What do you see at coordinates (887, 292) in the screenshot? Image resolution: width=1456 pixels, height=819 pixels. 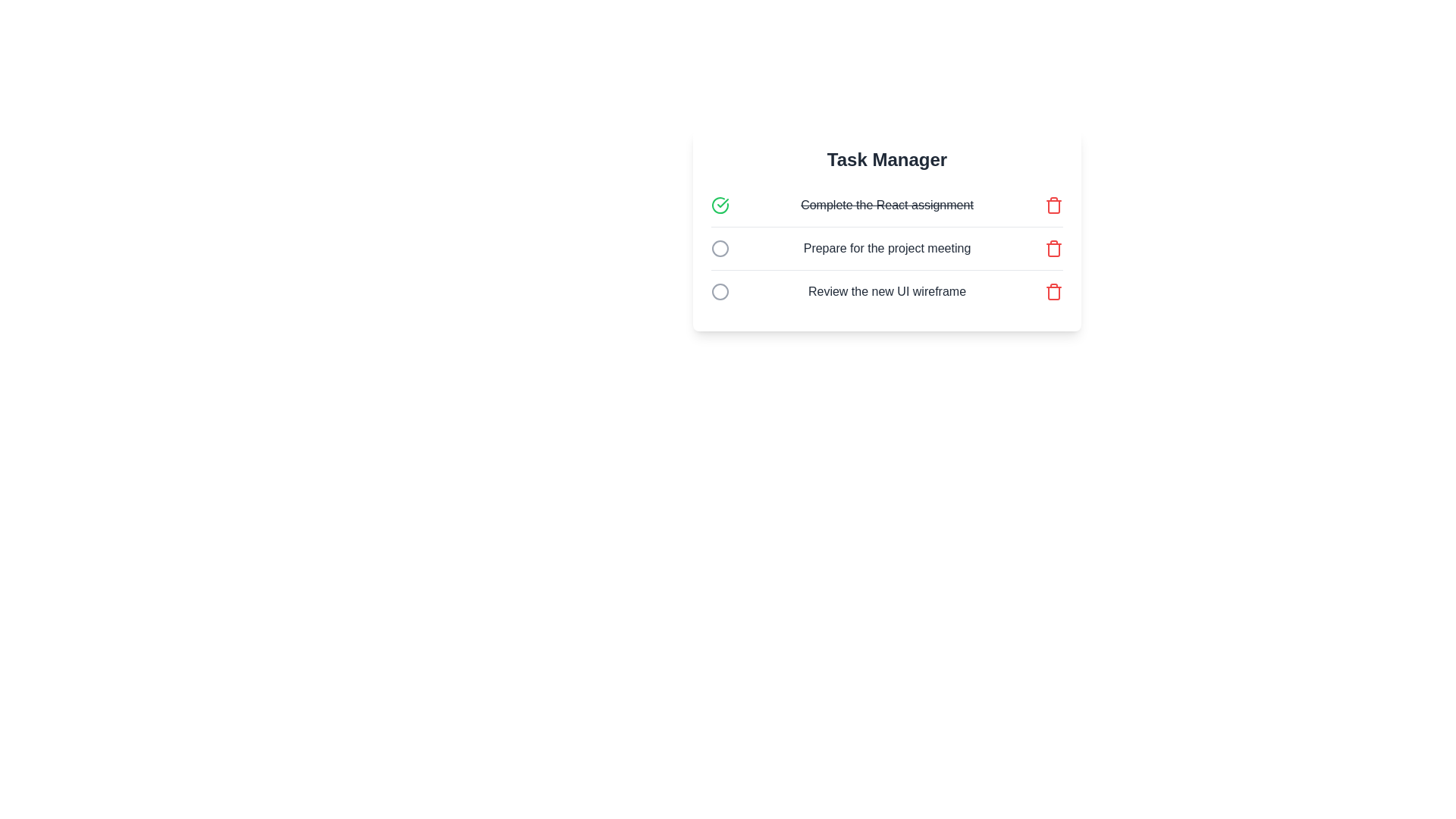 I see `the task title Review the new UI wireframe to read its content` at bounding box center [887, 292].